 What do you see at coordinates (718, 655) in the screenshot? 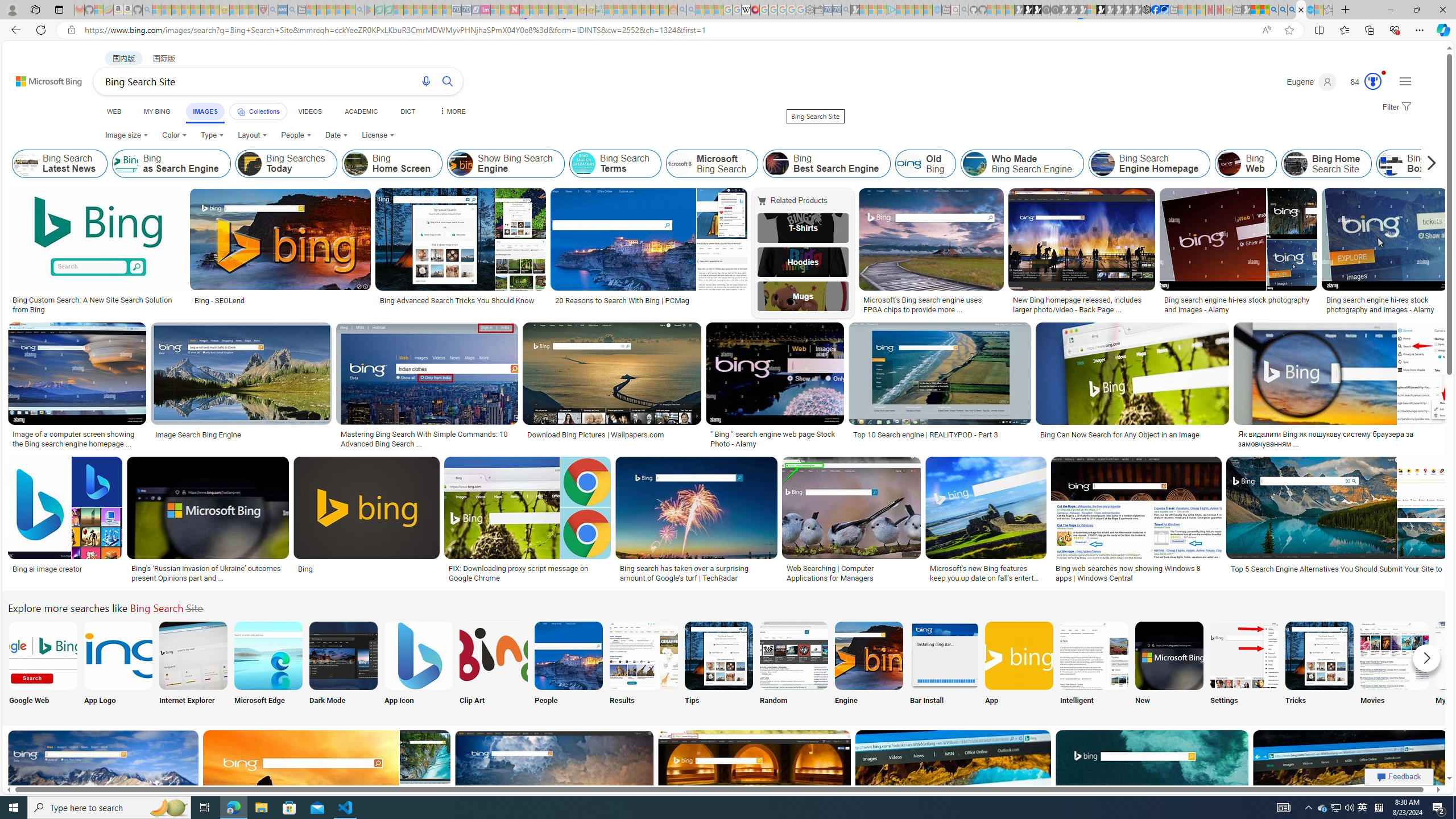
I see `'Bing Search Tips'` at bounding box center [718, 655].